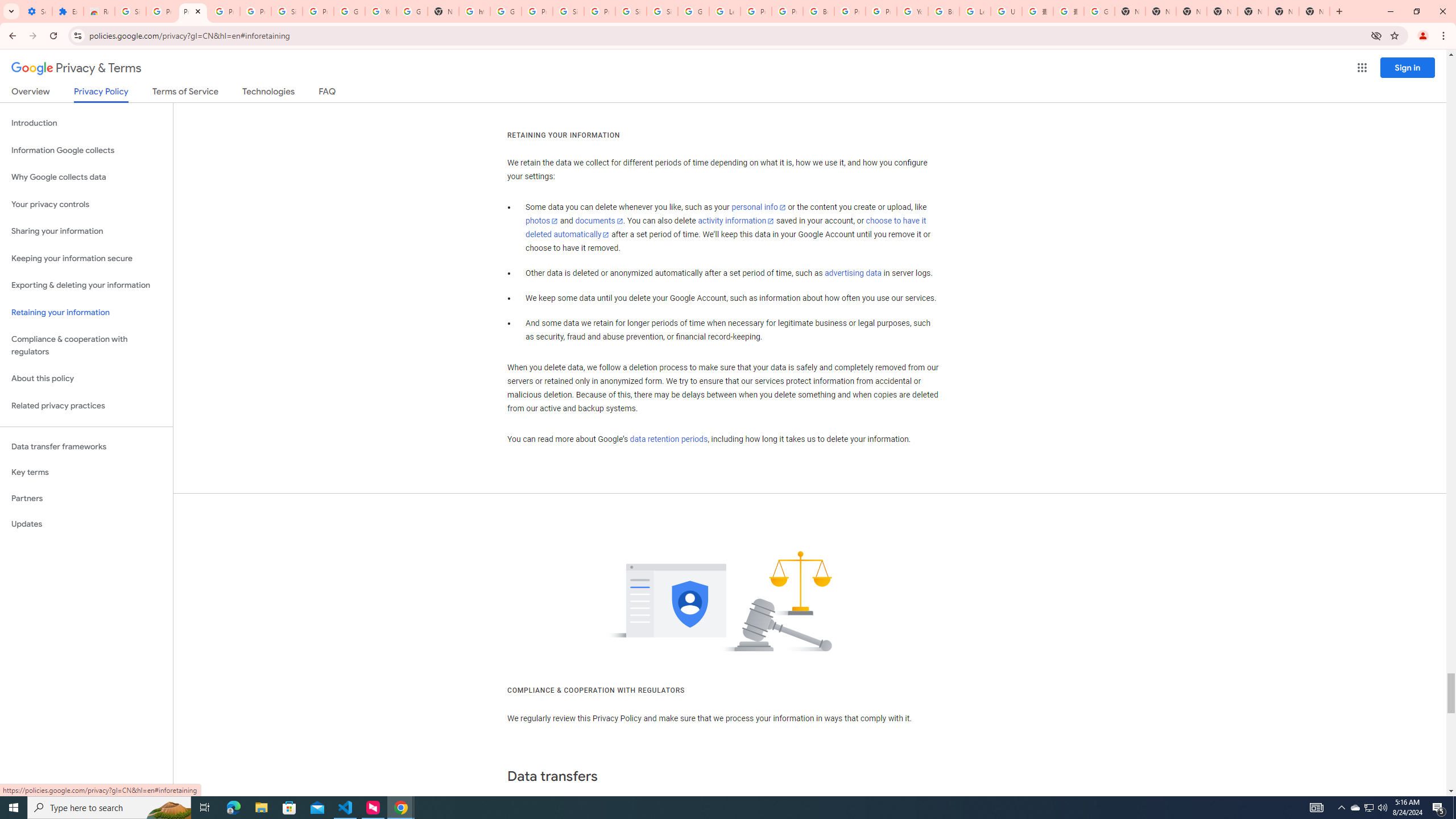 This screenshot has height=819, width=1456. What do you see at coordinates (349, 11) in the screenshot?
I see `'Google Account'` at bounding box center [349, 11].